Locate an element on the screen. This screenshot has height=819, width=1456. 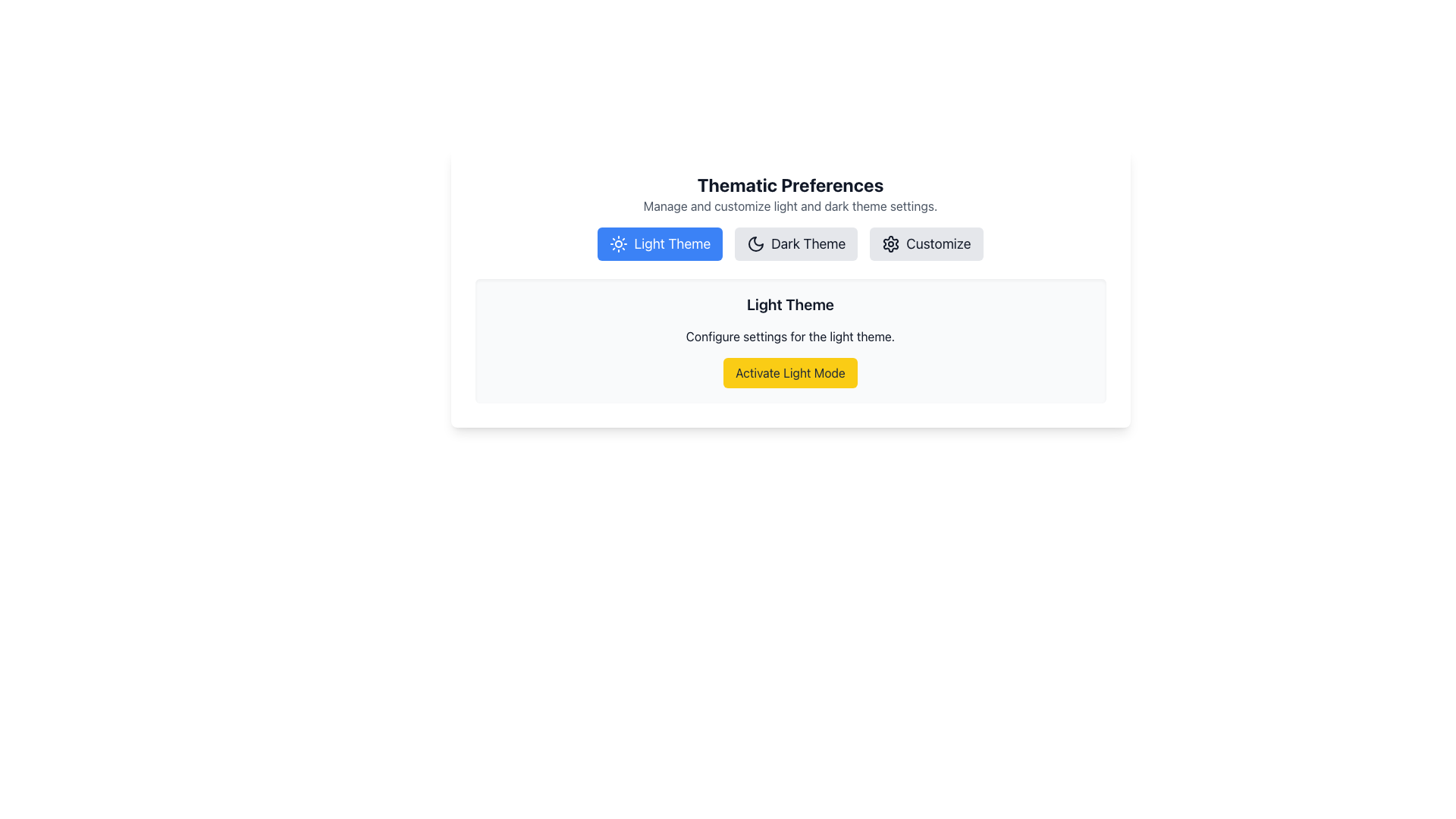
the gear-like settings icon located in the thematic preferences section, to the right of the Dark Theme button and above the Customize button is located at coordinates (891, 243).